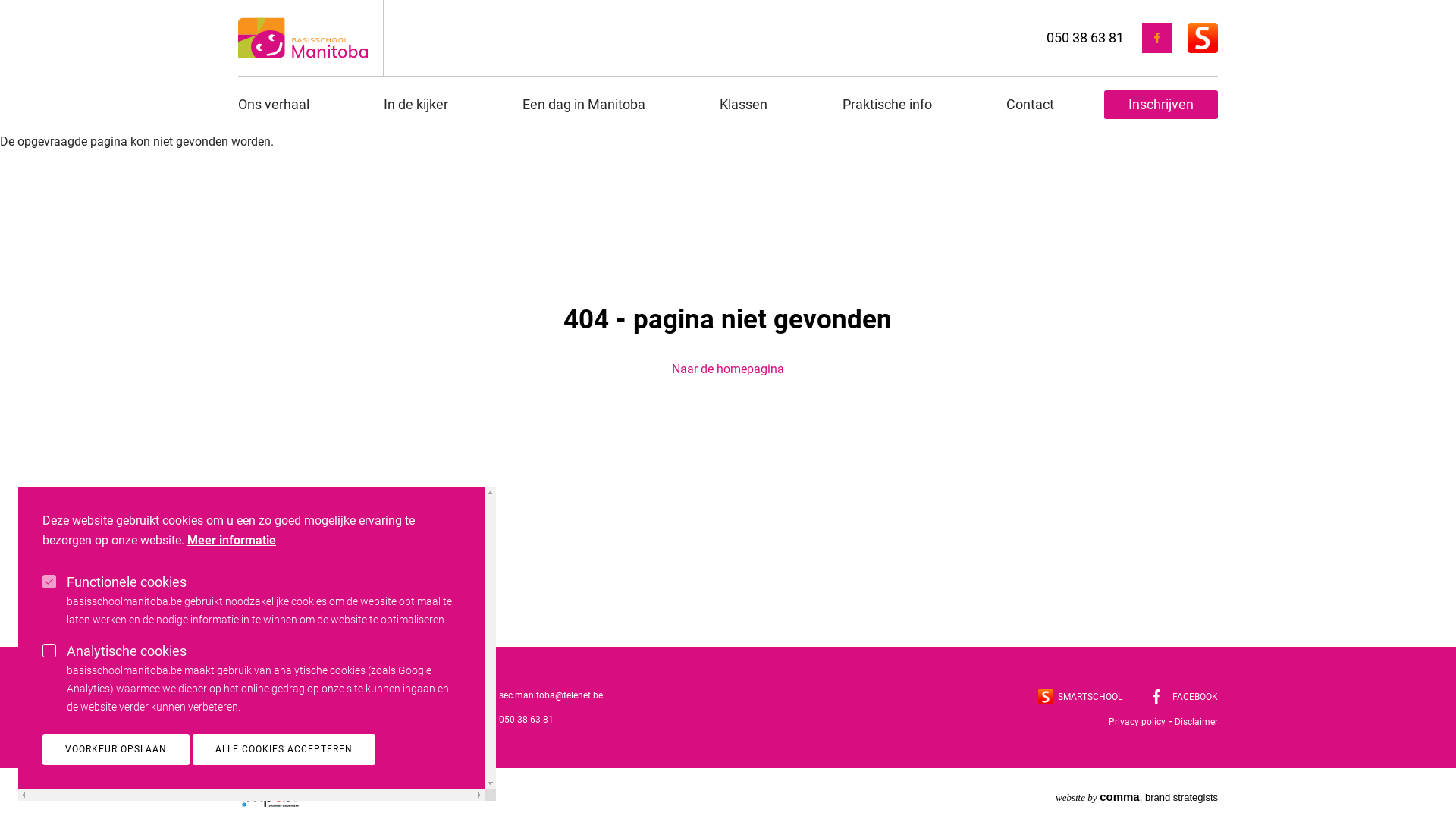 This screenshot has width=1456, height=819. Describe the element at coordinates (42, 748) in the screenshot. I see `'VOORKEUR OPSLAAN'` at that location.